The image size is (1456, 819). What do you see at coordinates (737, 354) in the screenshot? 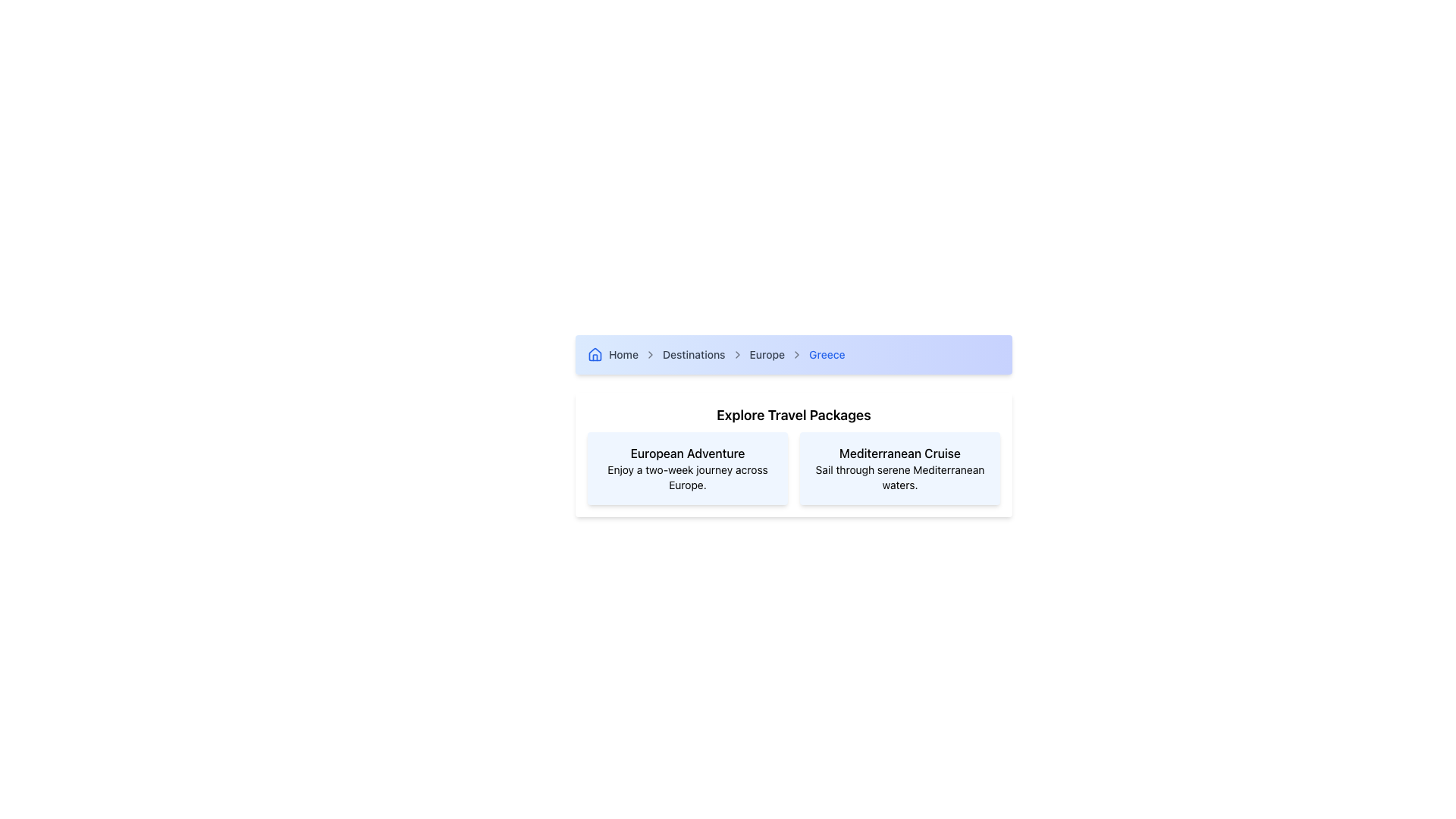
I see `the third right-facing arrow icon in the breadcrumb navigation bar, which is styled with rounded edges and a gray stroke, serving as a separator between 'Destinations' and 'Europe'` at bounding box center [737, 354].